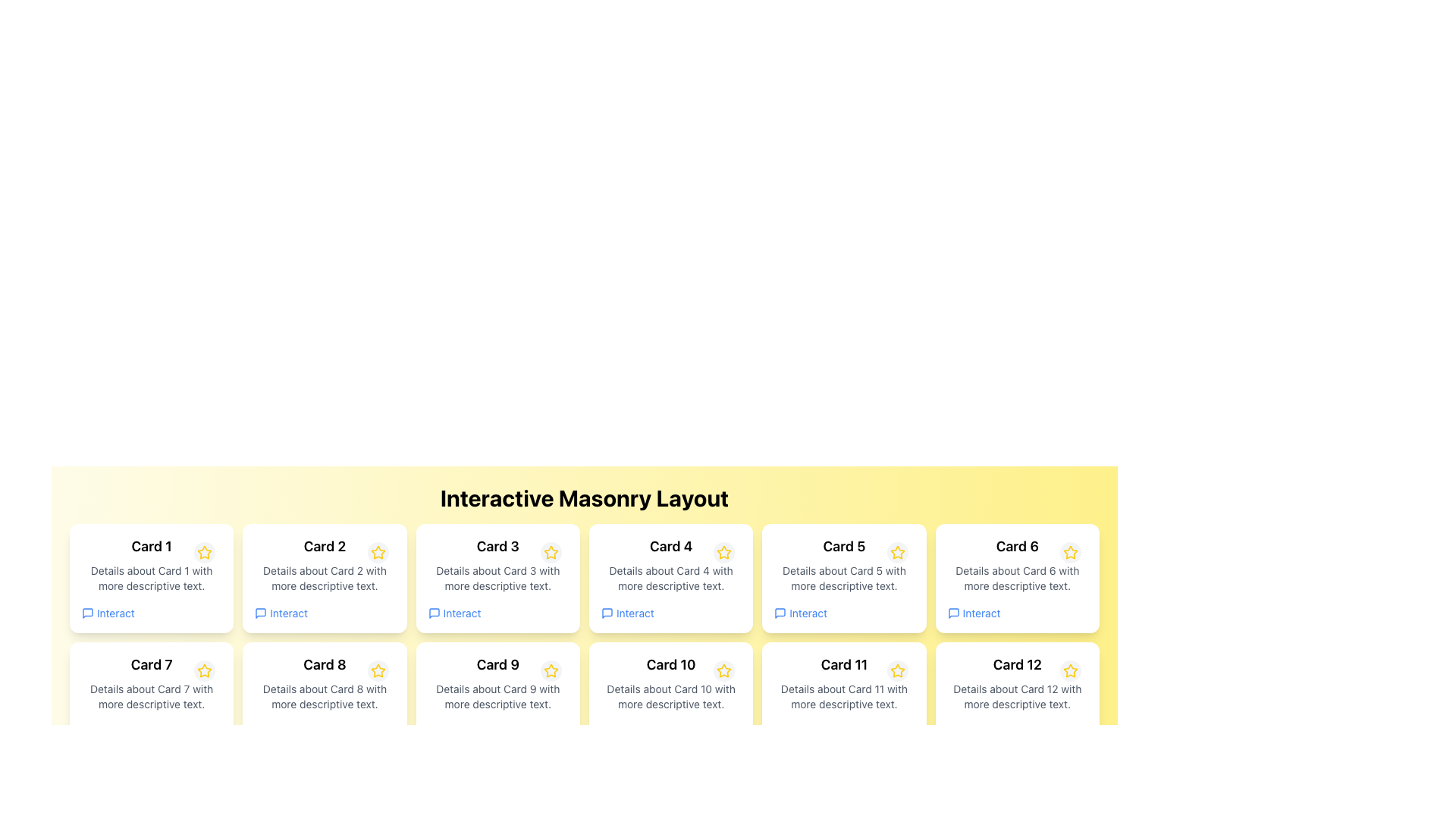 The width and height of the screenshot is (1456, 819). Describe the element at coordinates (897, 670) in the screenshot. I see `the star-shaped yellow icon located in the top-right corner of 'Card 11'` at that location.